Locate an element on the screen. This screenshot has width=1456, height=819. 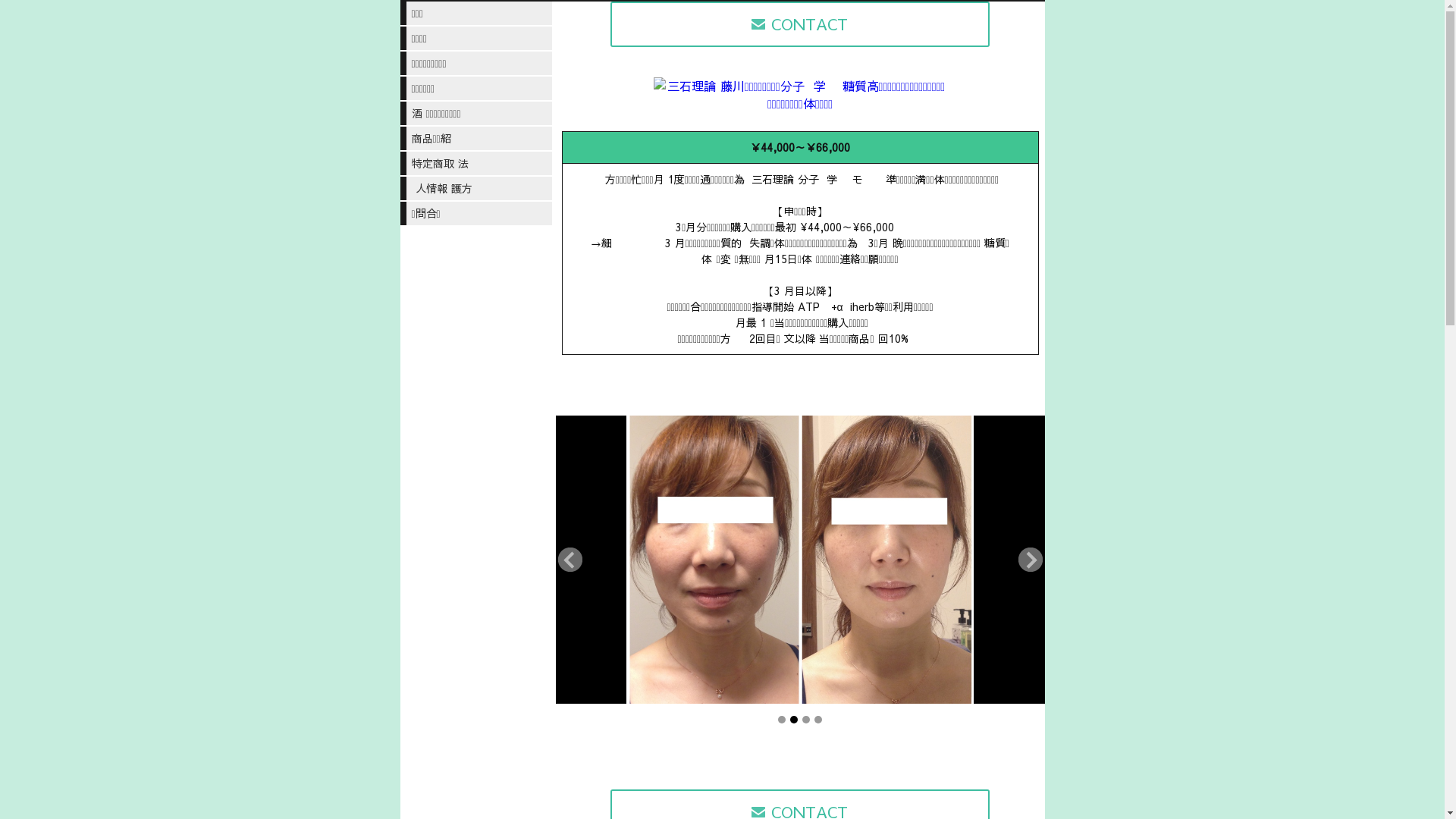
'4' is located at coordinates (814, 718).